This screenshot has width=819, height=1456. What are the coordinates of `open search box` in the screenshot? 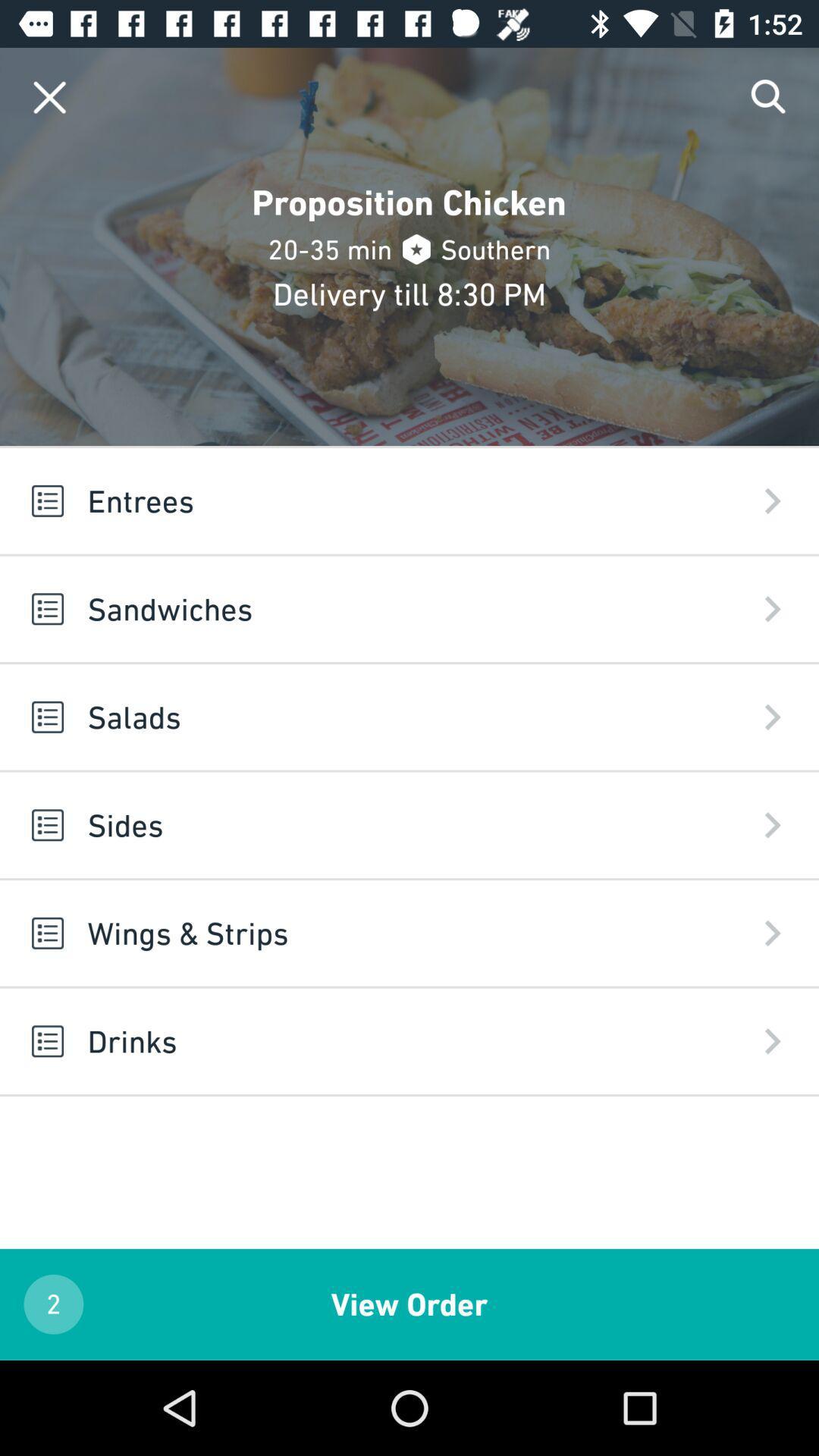 It's located at (769, 96).